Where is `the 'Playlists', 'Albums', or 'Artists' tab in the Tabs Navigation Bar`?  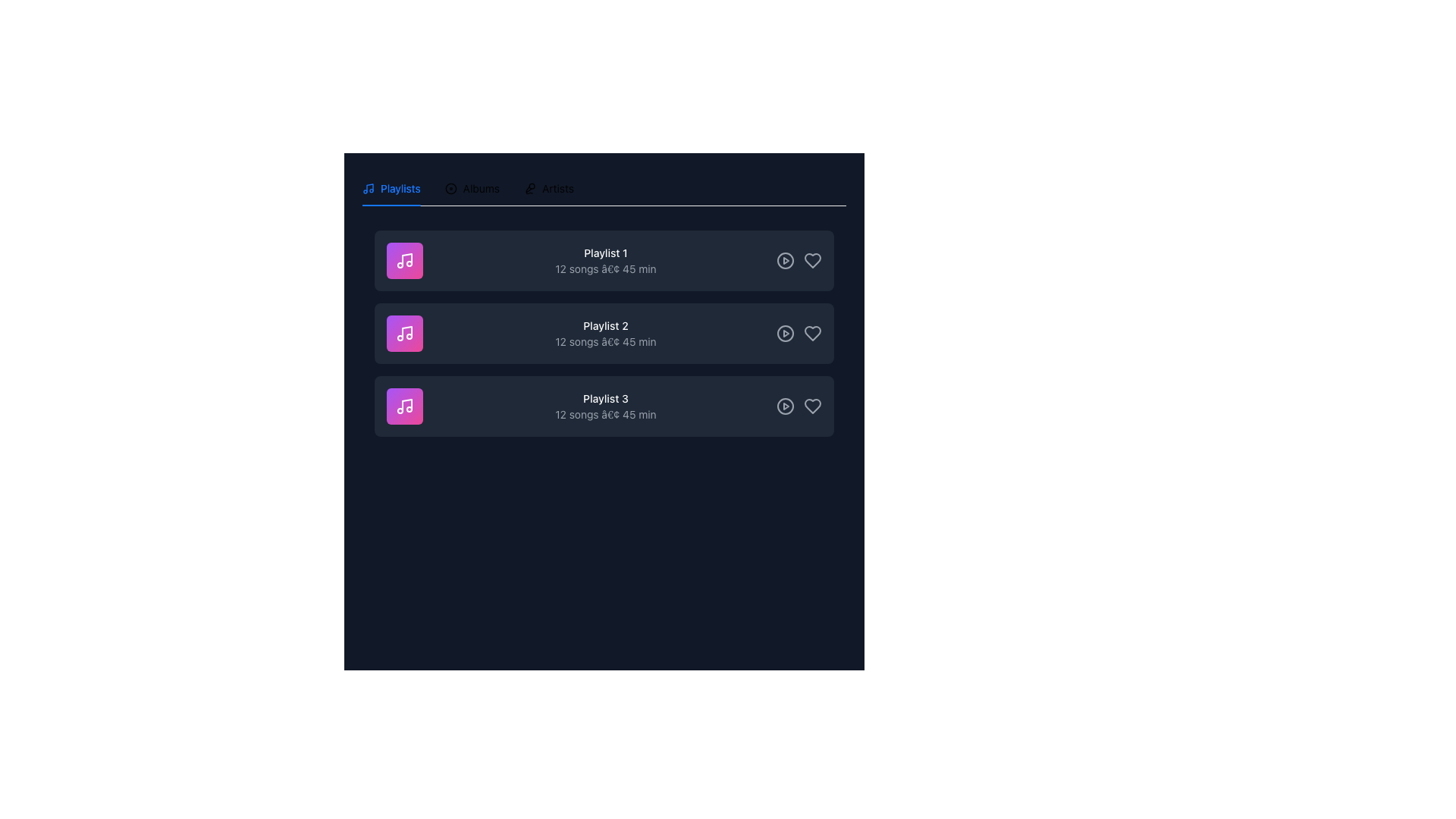 the 'Playlists', 'Albums', or 'Artists' tab in the Tabs Navigation Bar is located at coordinates (467, 188).